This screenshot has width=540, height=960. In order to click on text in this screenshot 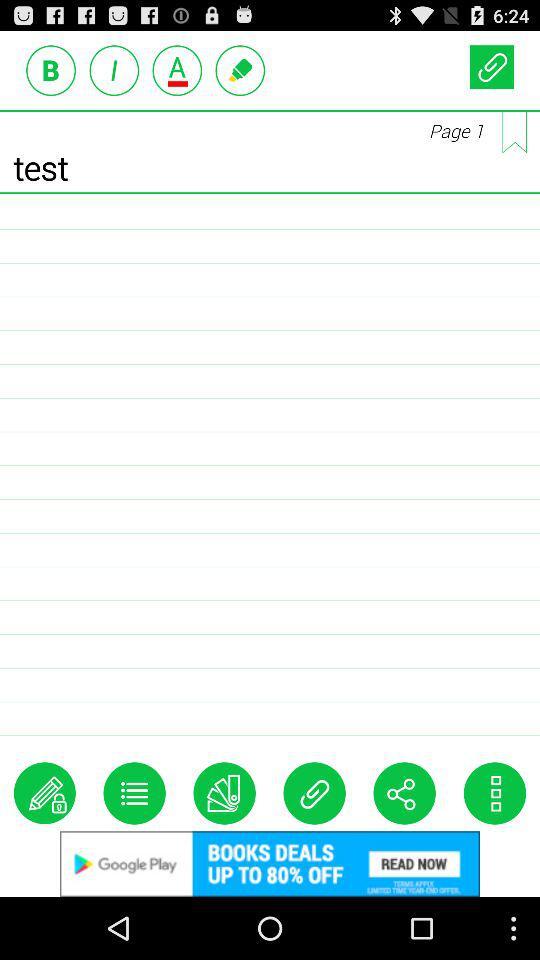, I will do `click(51, 70)`.